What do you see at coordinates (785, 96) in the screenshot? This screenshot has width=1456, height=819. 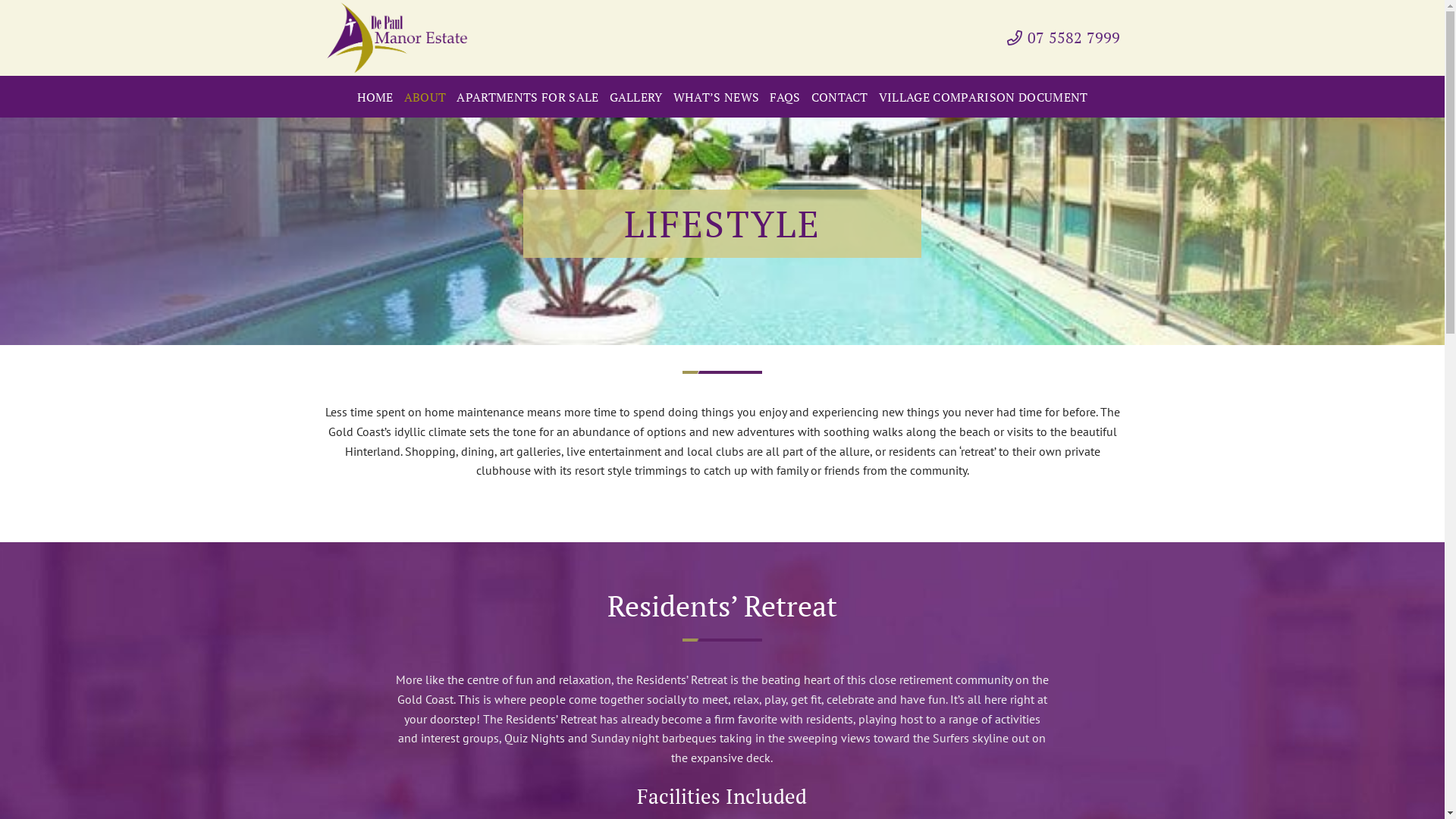 I see `'FAQS'` at bounding box center [785, 96].